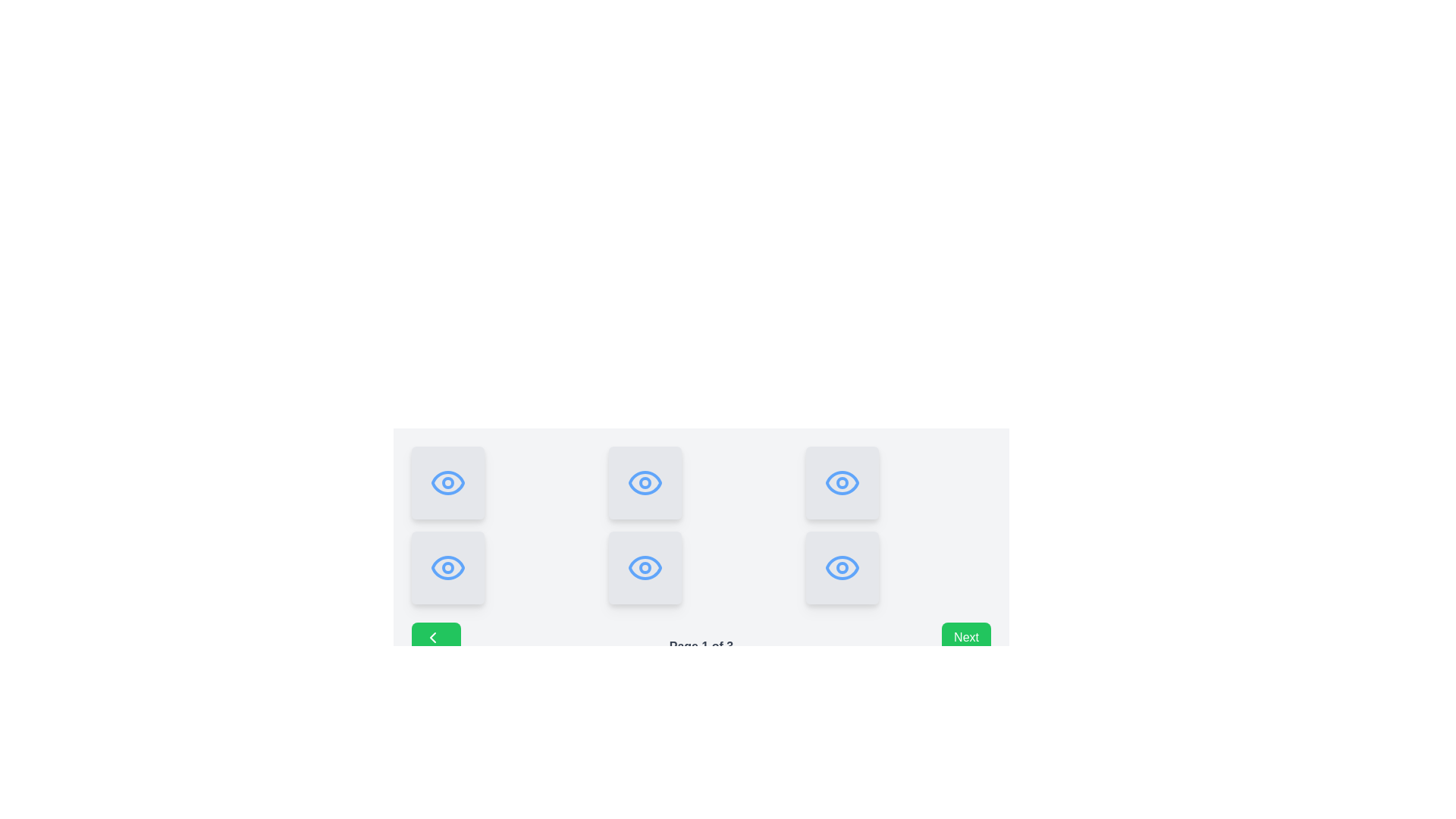 The height and width of the screenshot is (819, 1456). Describe the element at coordinates (841, 567) in the screenshot. I see `the interactive button located in the lower-right corner of a 3x3 grid` at that location.